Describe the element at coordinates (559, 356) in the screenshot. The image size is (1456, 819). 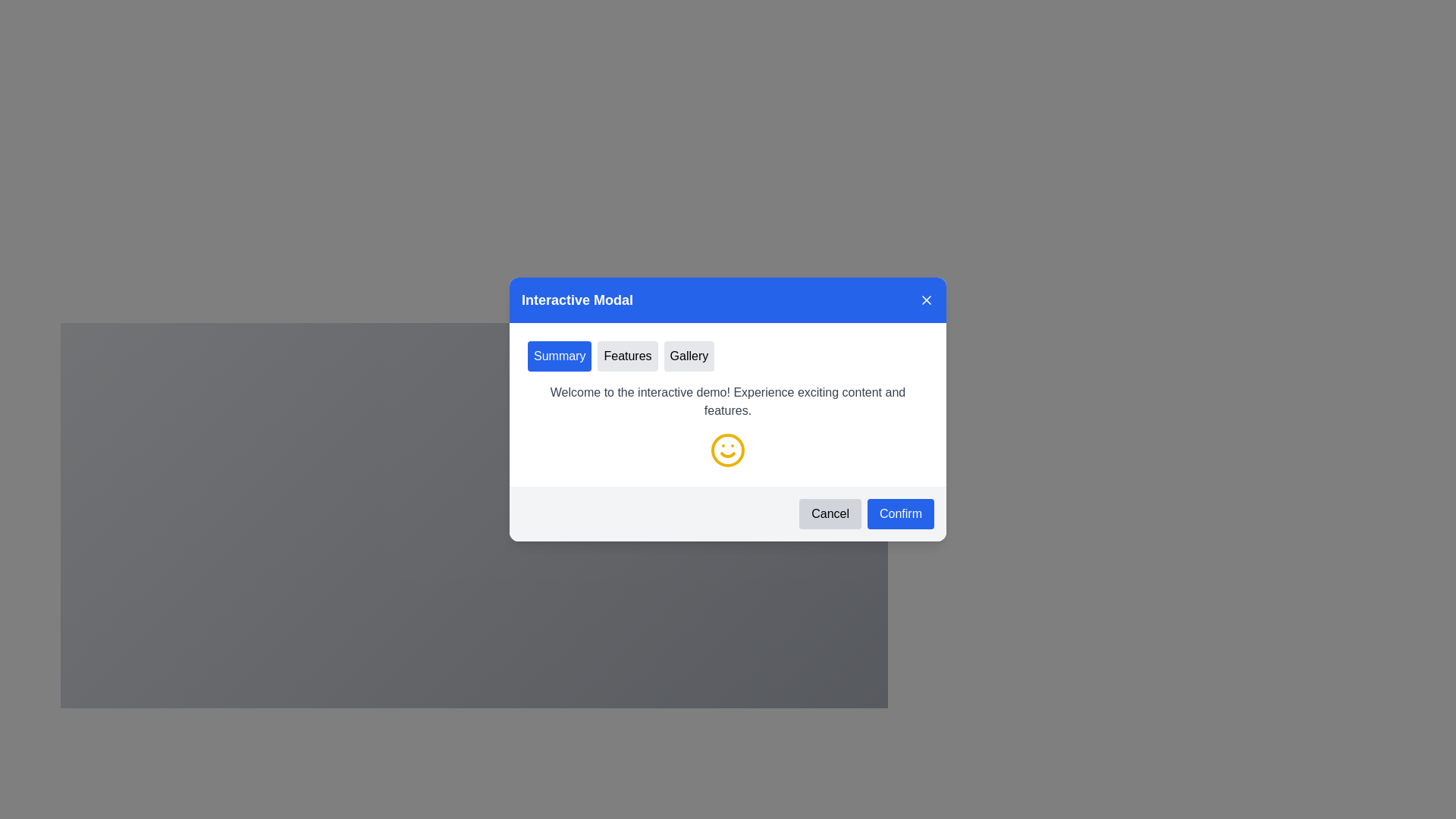
I see `the leftmost button in a group of three horizontally aligned buttons located at the top-center of the modal window` at that location.